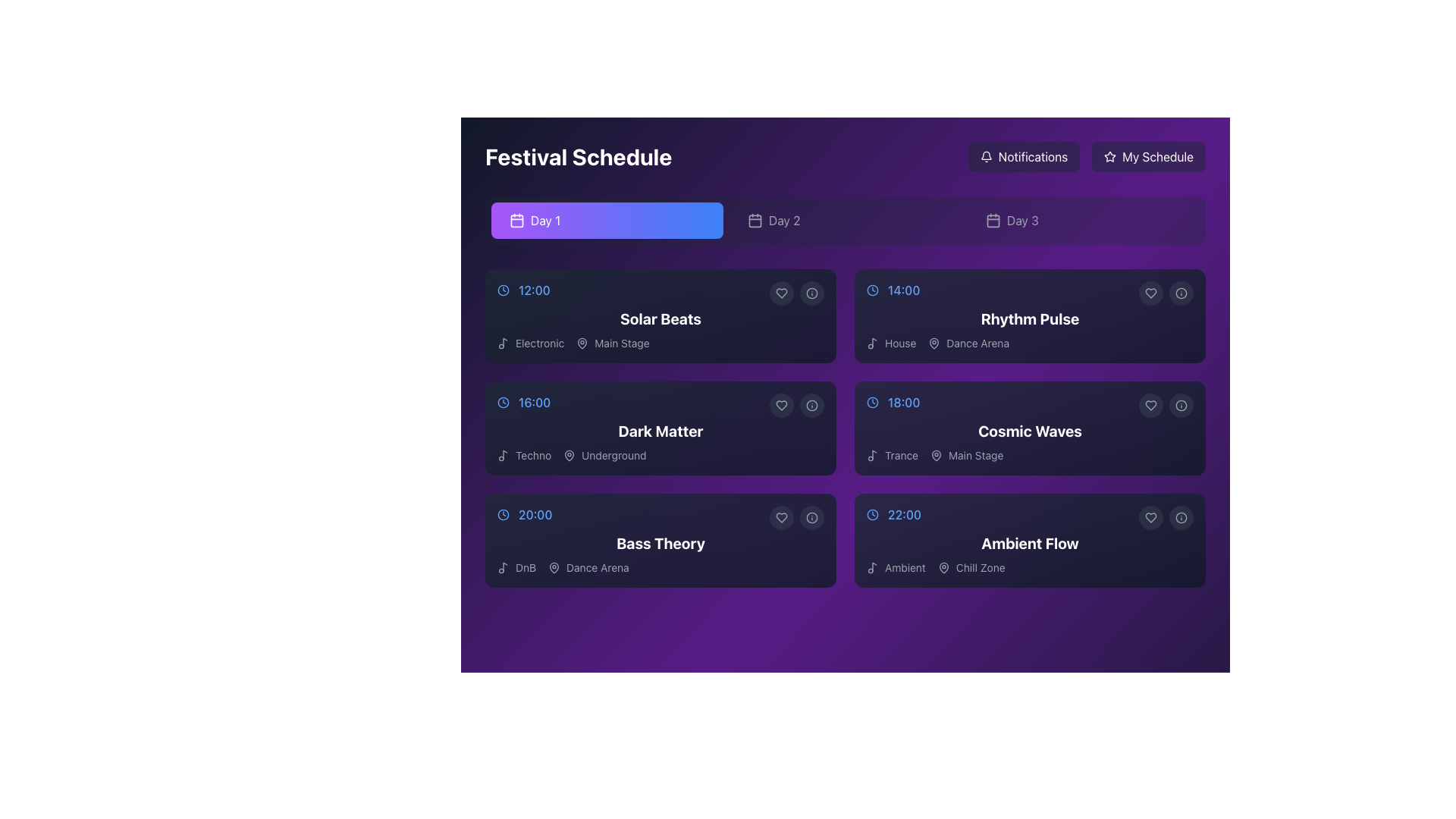 This screenshot has width=1456, height=819. What do you see at coordinates (569, 455) in the screenshot?
I see `the location icon associated with the text label 'Underground' on the left side of the 'Dark Matter' card in the schedule layout` at bounding box center [569, 455].